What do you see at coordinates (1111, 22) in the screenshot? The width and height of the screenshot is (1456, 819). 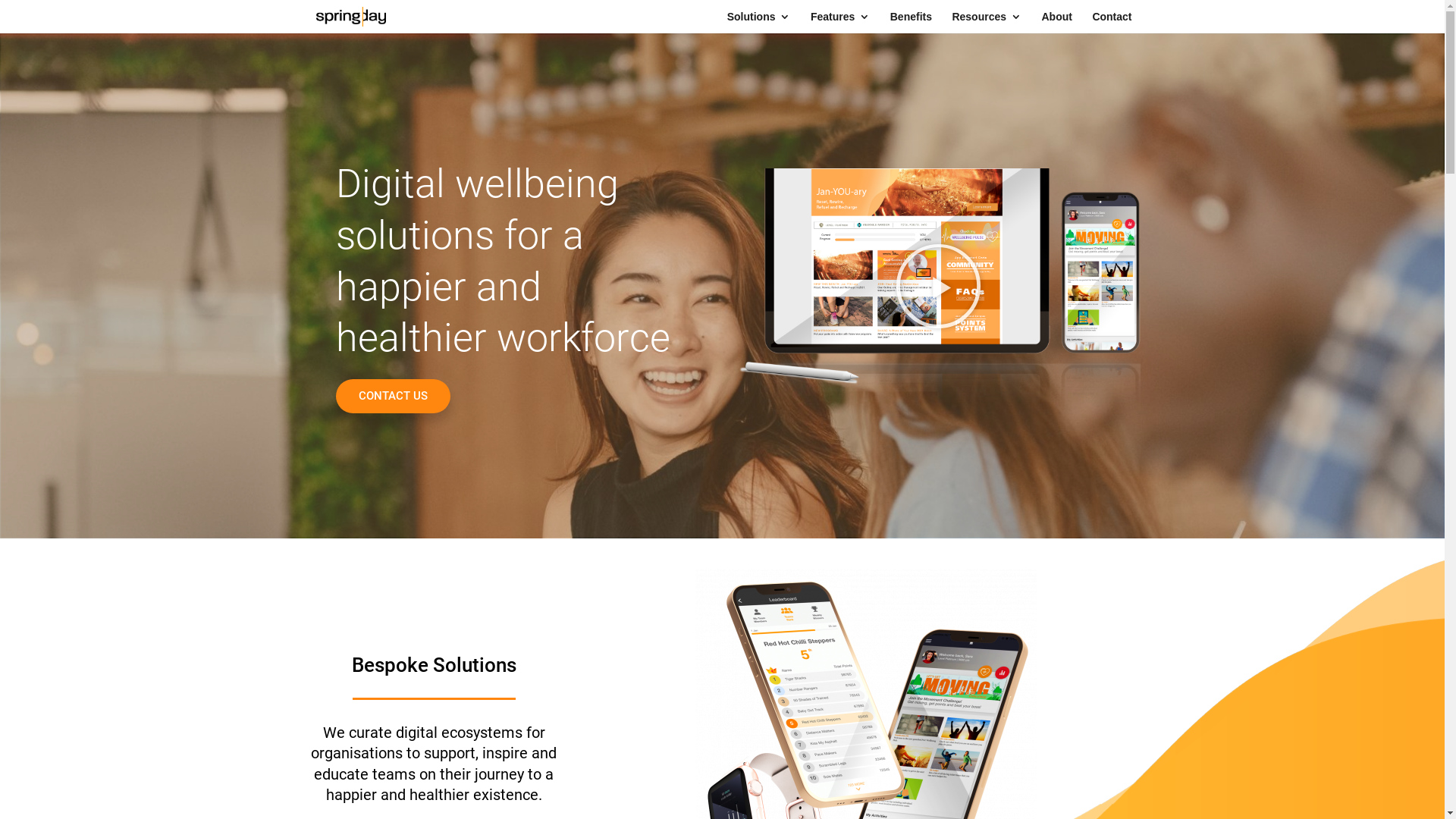 I see `'Contact'` at bounding box center [1111, 22].